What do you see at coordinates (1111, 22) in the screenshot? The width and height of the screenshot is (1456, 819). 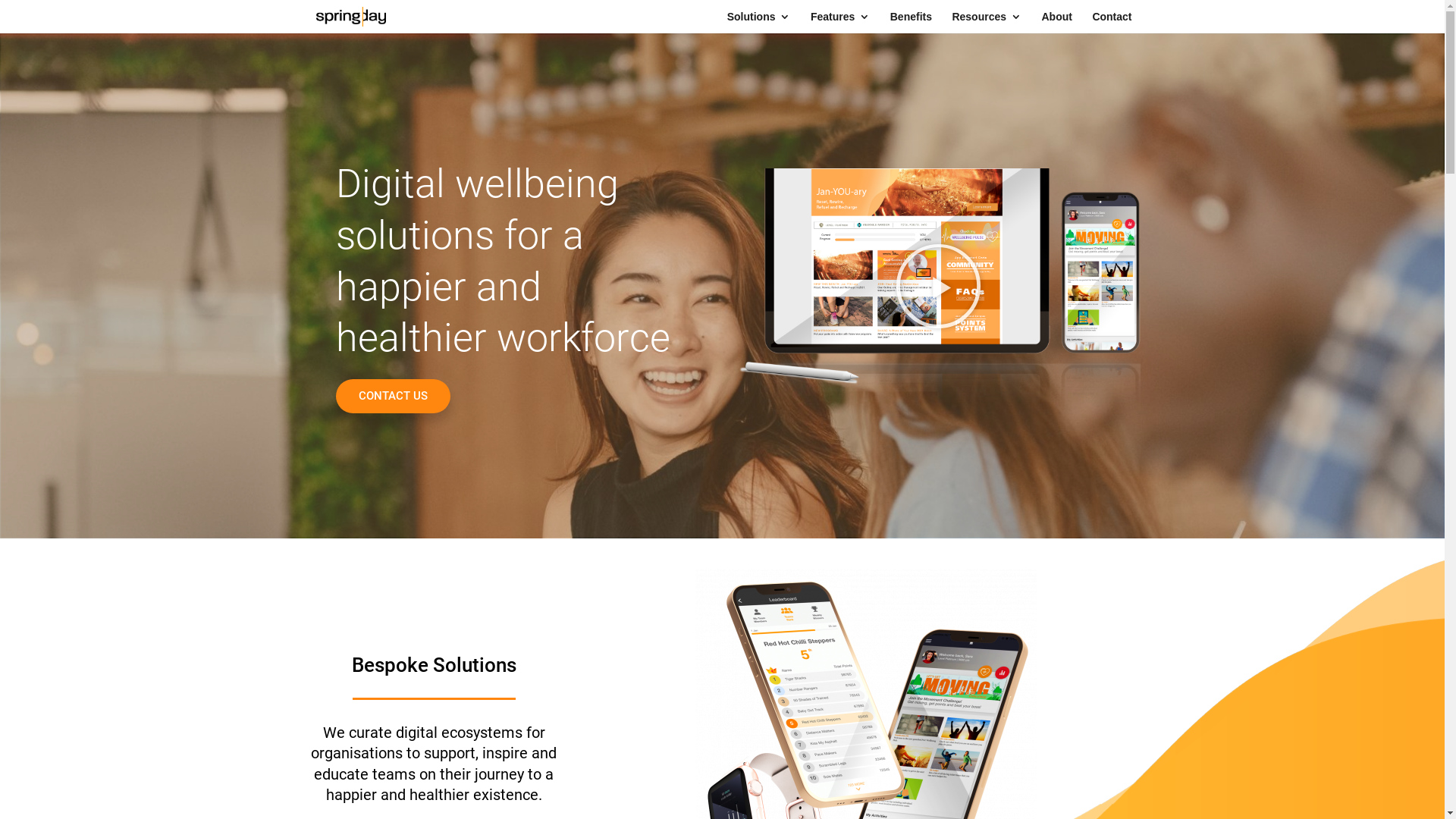 I see `'Contact'` at bounding box center [1111, 22].